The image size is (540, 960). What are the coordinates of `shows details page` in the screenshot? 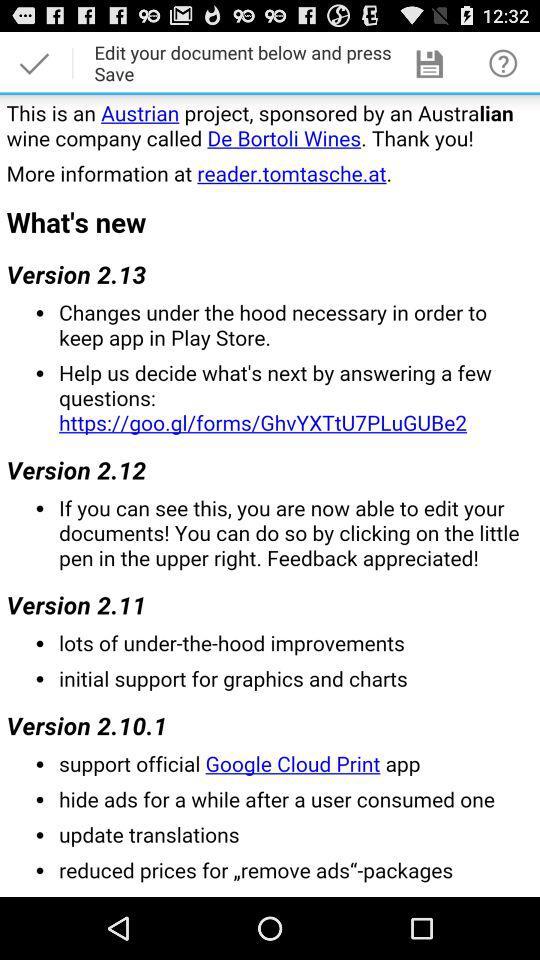 It's located at (270, 494).